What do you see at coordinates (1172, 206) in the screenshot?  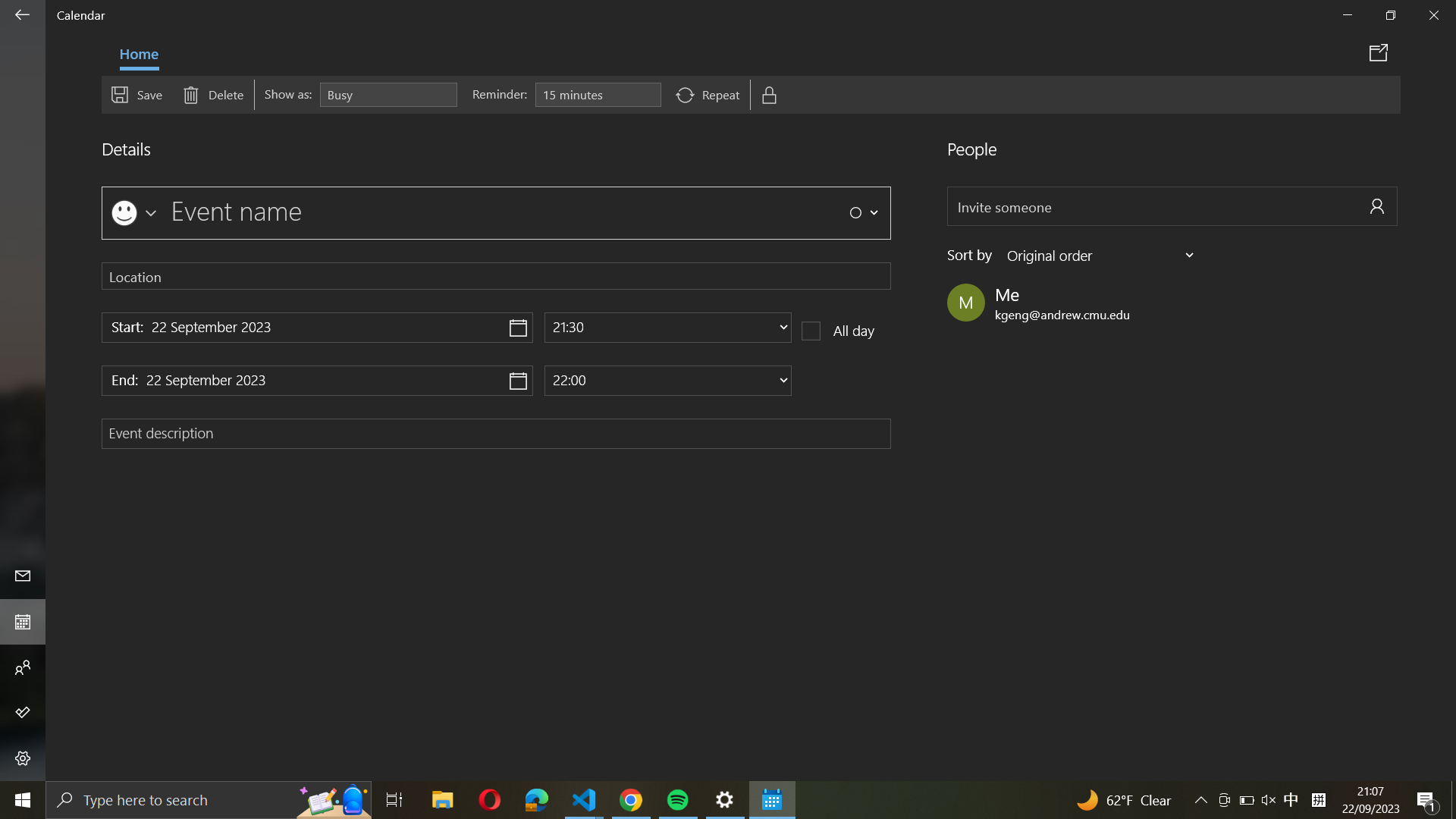 I see `Send an event invitation to "abc@example.com` at bounding box center [1172, 206].